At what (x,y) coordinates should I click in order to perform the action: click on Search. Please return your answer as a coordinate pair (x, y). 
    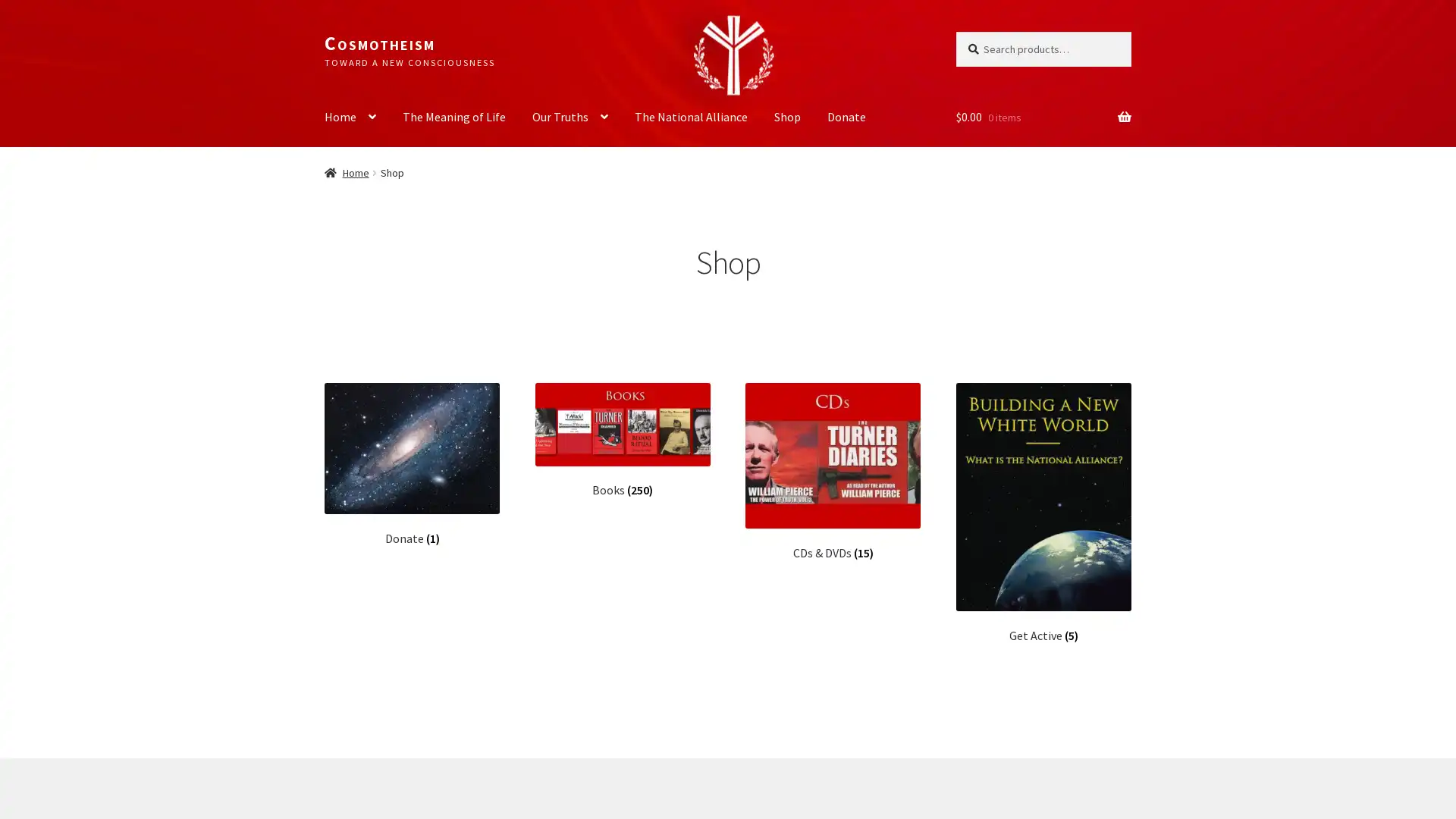
    Looking at the image, I should click on (954, 30).